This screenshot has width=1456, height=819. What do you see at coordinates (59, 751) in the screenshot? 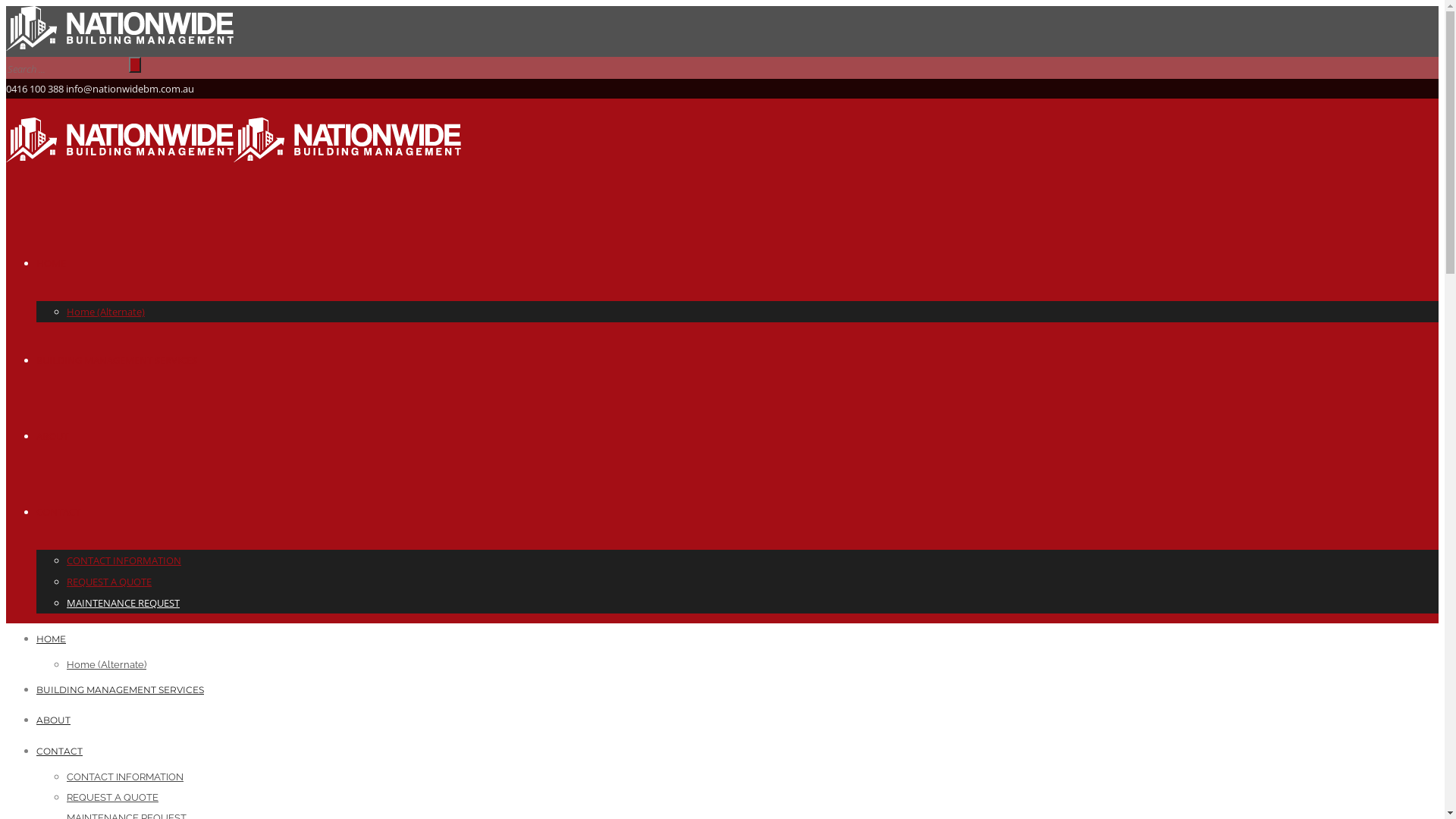
I see `'CONTACT'` at bounding box center [59, 751].